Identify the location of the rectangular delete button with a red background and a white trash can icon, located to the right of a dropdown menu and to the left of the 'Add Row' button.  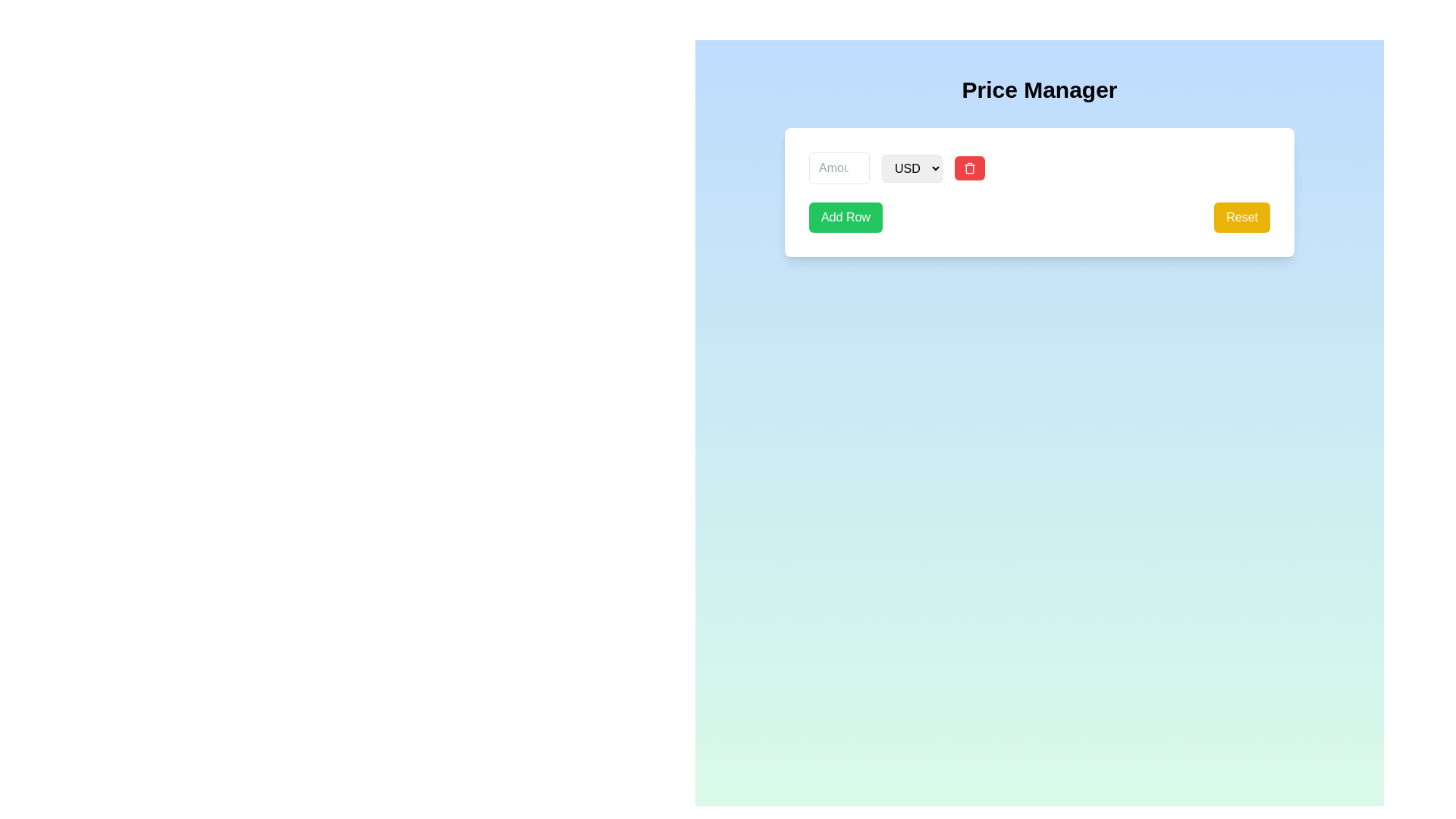
(968, 168).